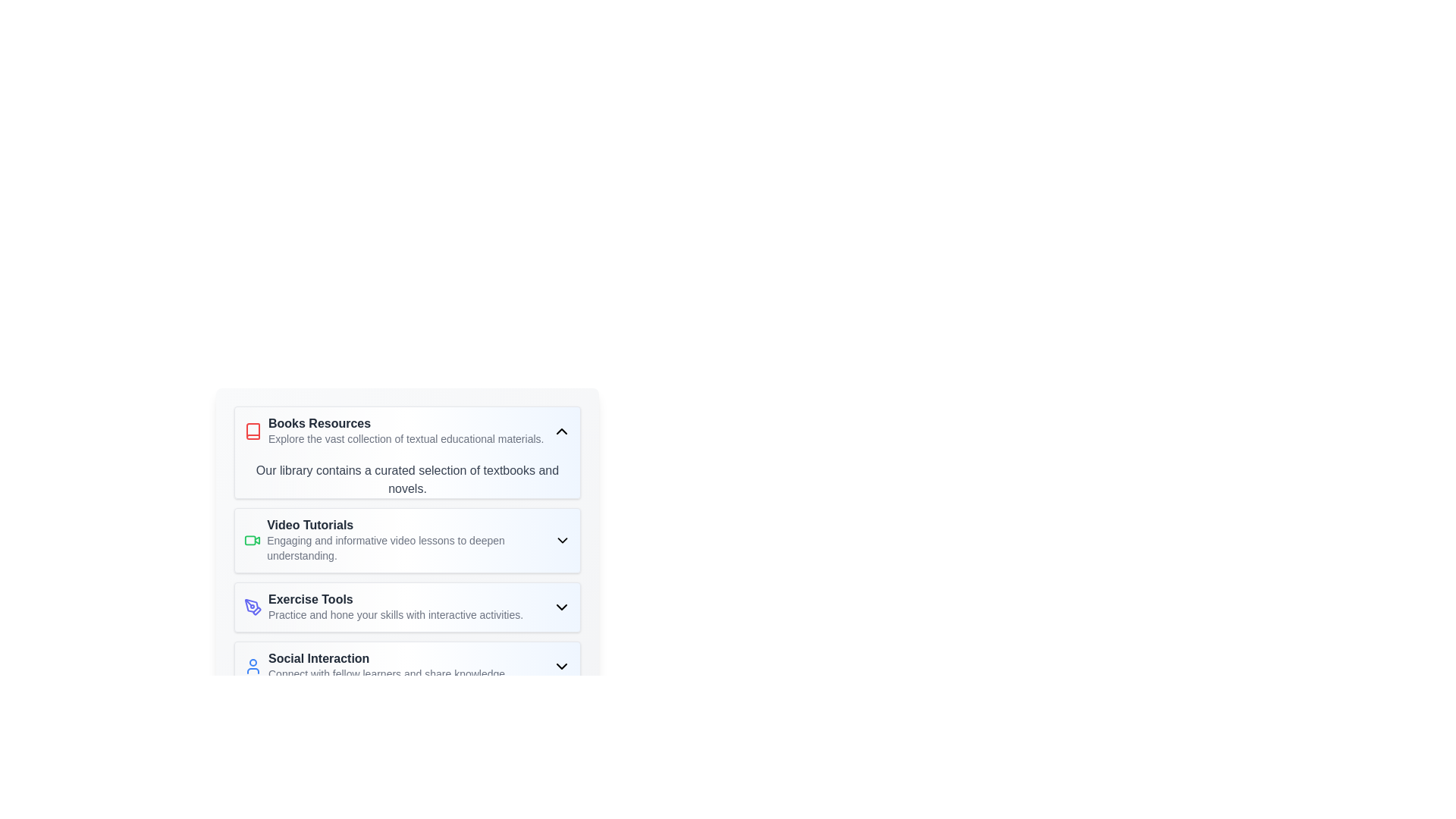  What do you see at coordinates (407, 479) in the screenshot?
I see `the static text that describes the offerings in the 'Books Resources' section, positioned under the header 'Books Resources' and above 'Video Tutorials'` at bounding box center [407, 479].